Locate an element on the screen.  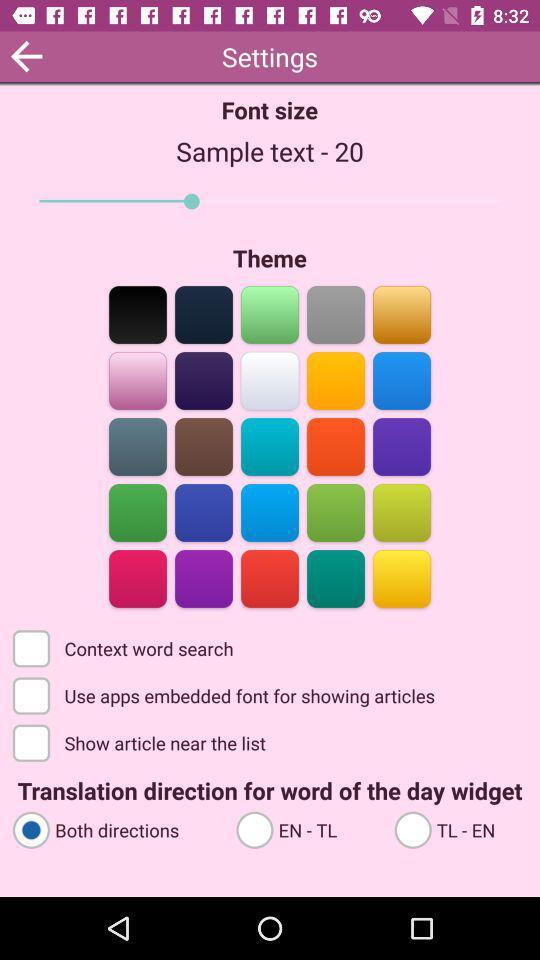
choose this color is located at coordinates (270, 577).